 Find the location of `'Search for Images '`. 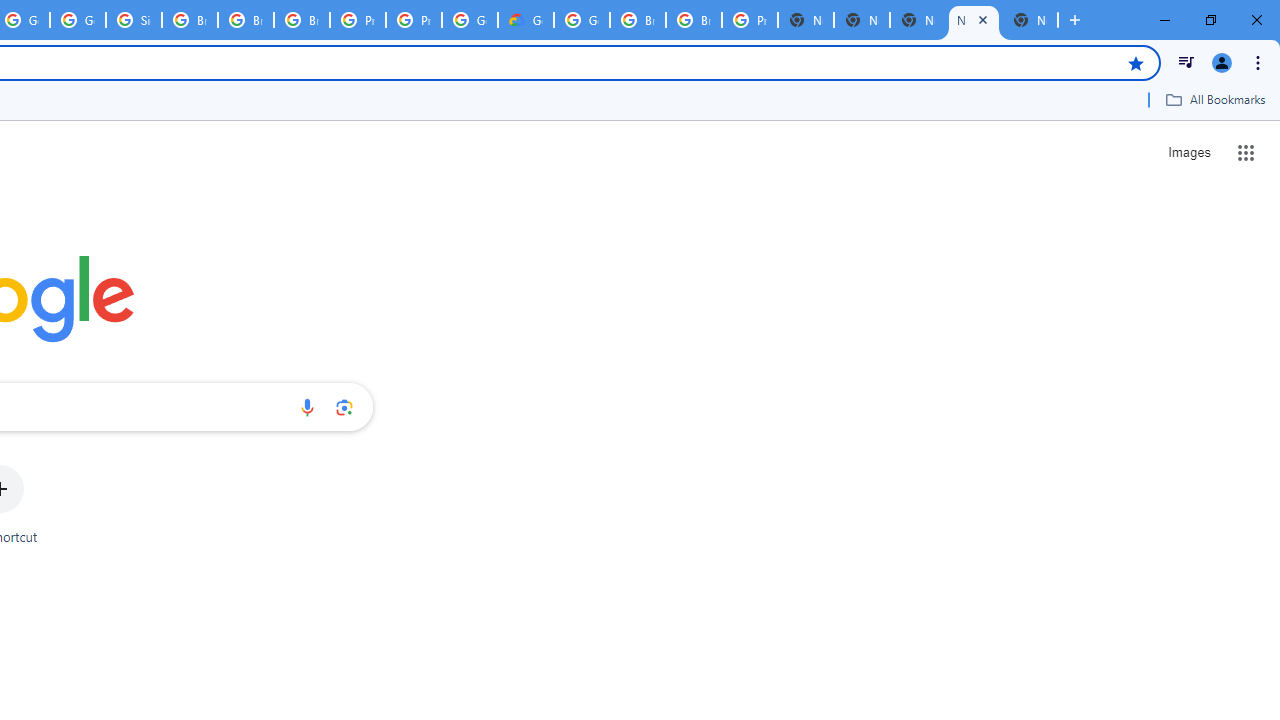

'Search for Images ' is located at coordinates (1189, 152).